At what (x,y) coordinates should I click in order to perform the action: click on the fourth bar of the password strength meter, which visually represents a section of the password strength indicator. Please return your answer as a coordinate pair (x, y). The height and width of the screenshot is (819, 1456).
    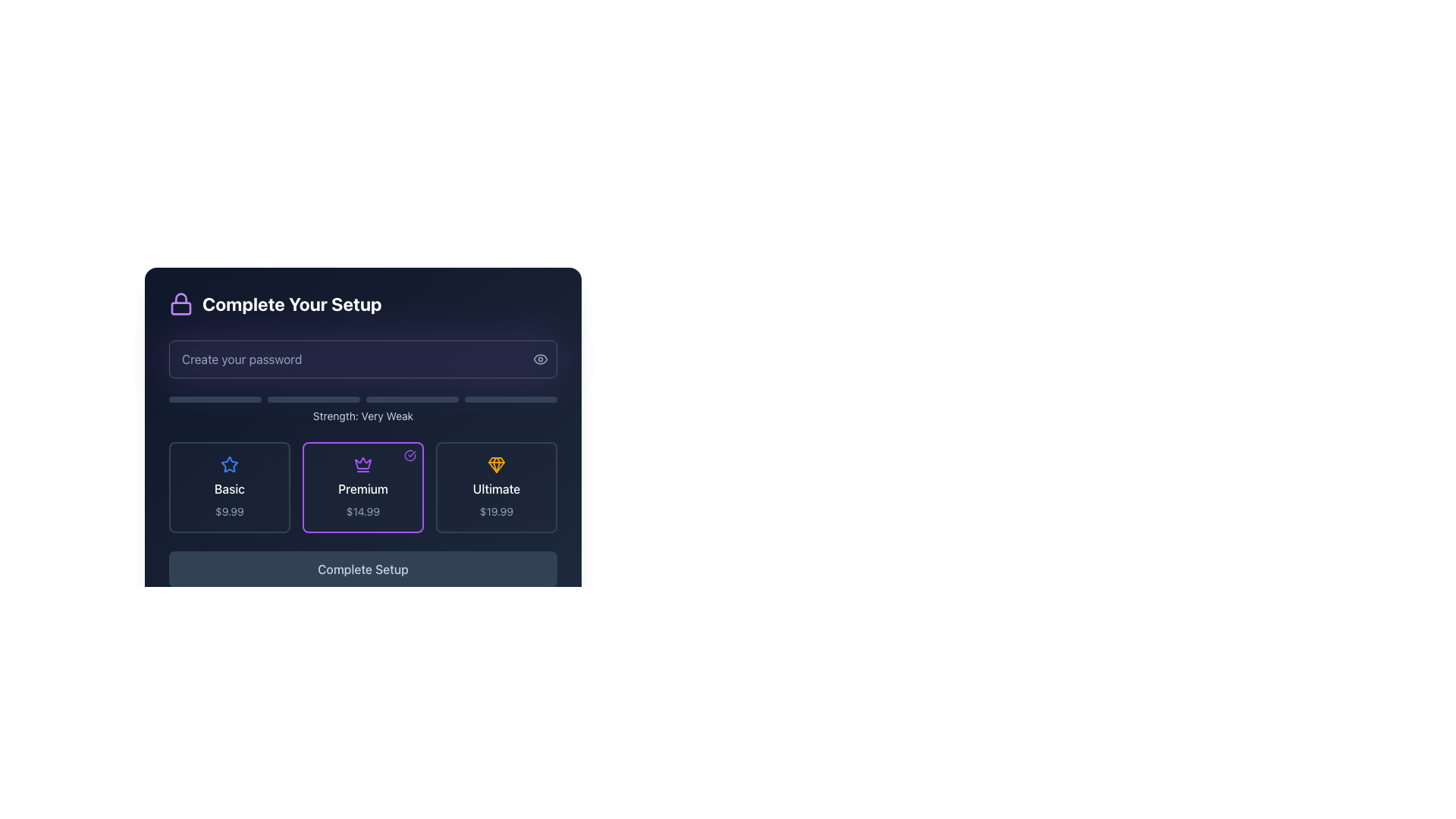
    Looking at the image, I should click on (510, 399).